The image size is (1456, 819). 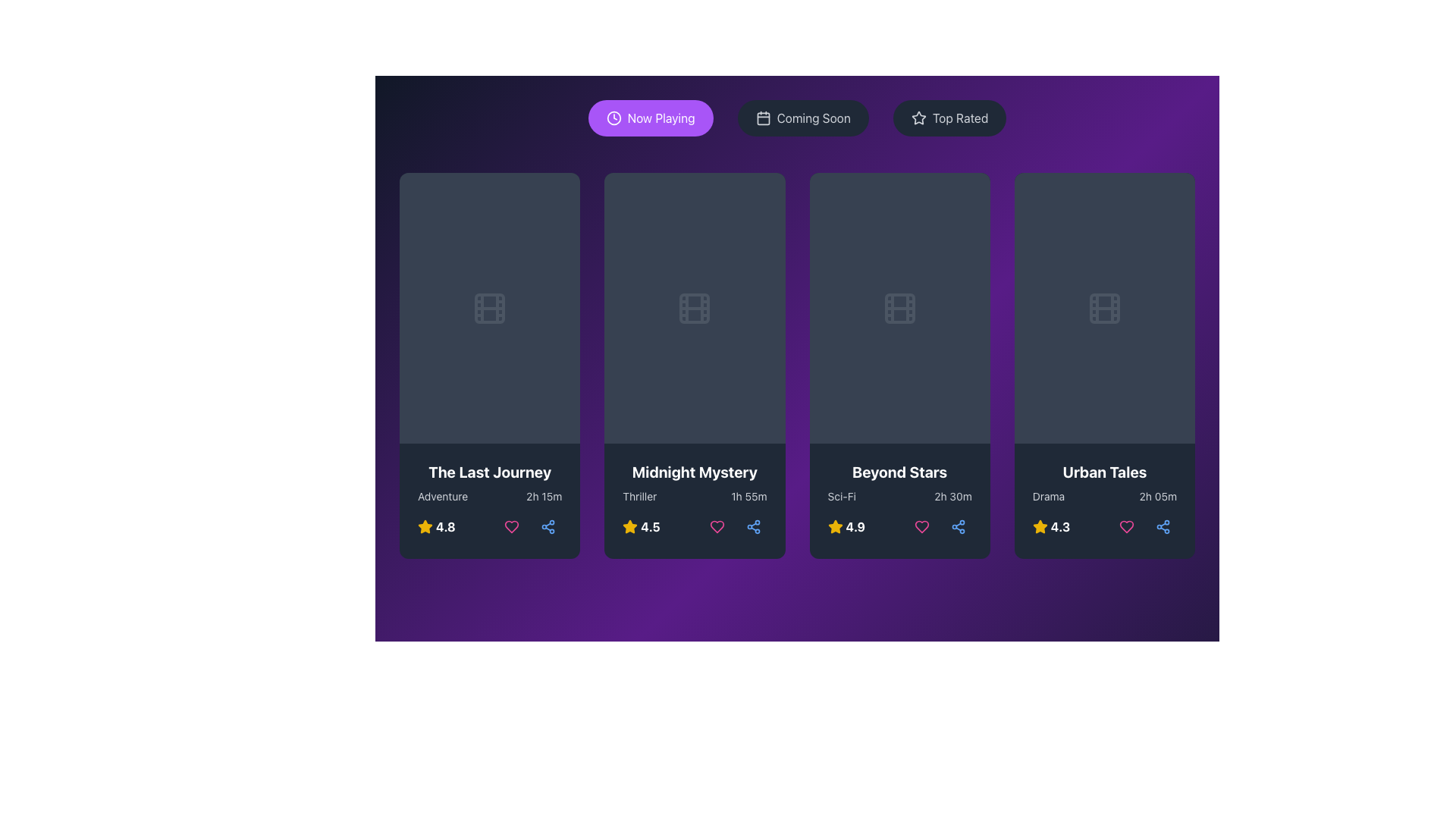 I want to click on the Rating indicator displayed as a yellow star icon followed by the text '4.8' in white, bold font, located beneath the title 'The Last Journey' on the first card, so click(x=435, y=526).